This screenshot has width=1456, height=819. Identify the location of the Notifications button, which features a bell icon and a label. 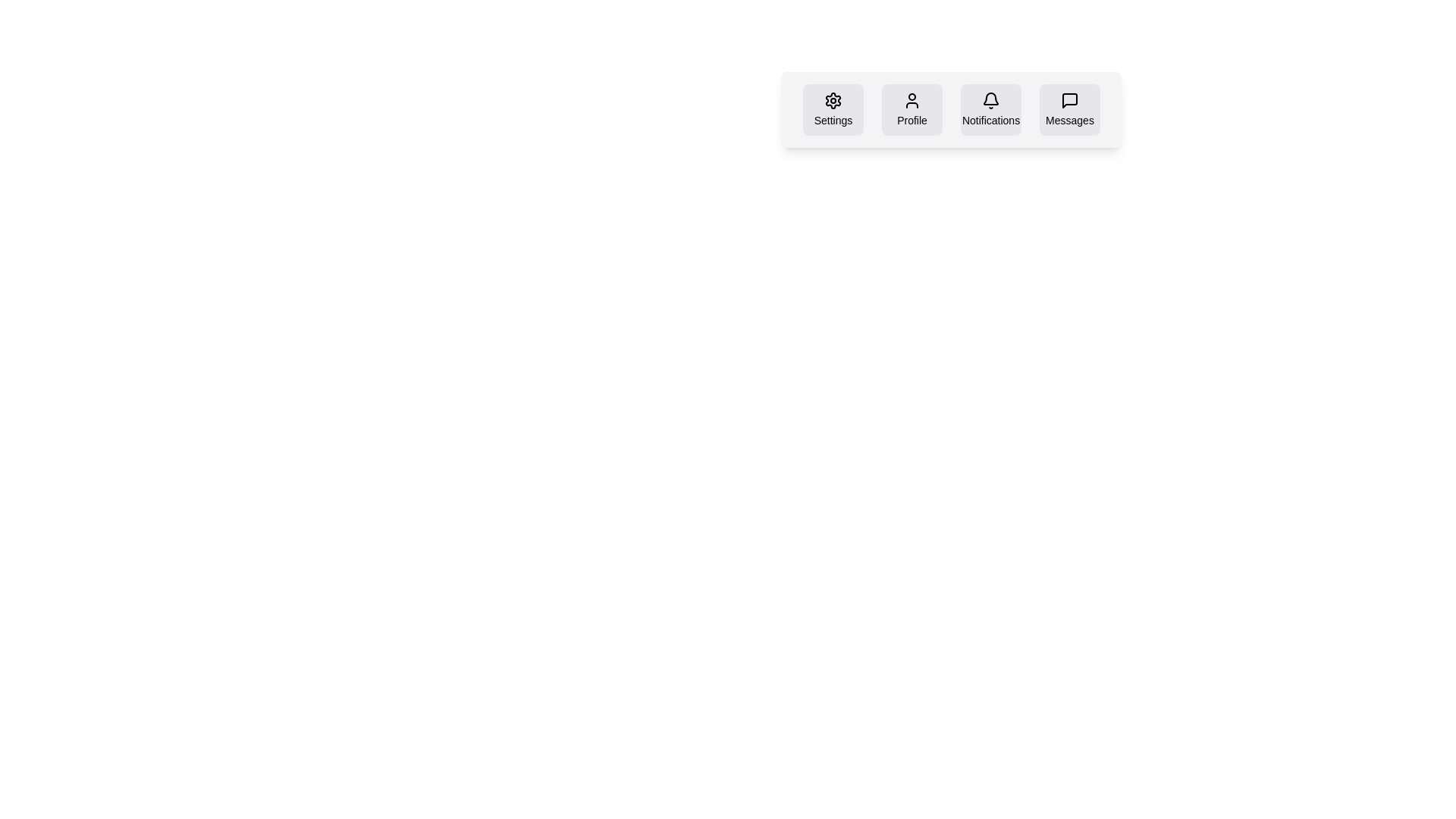
(990, 109).